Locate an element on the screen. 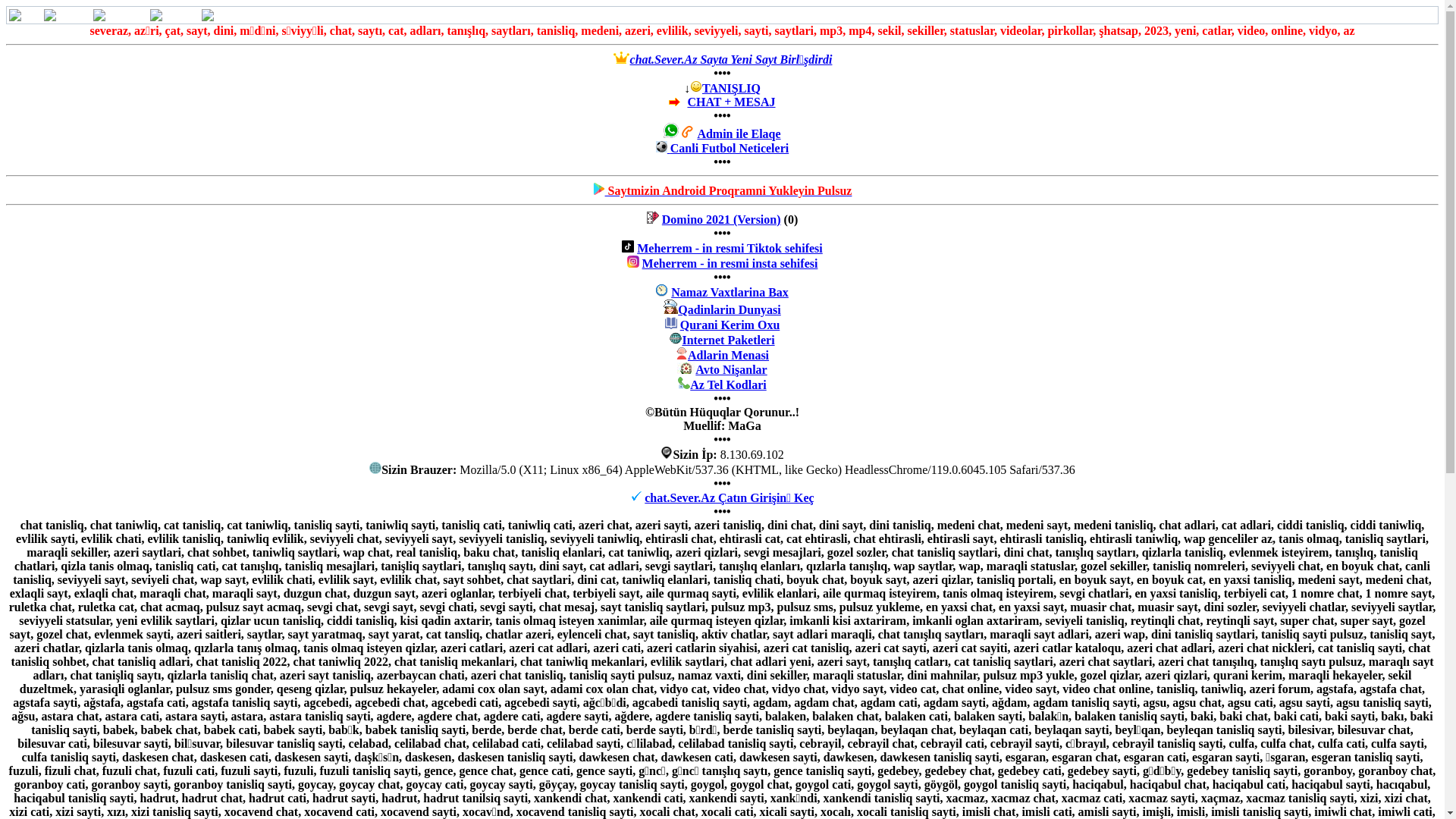 The image size is (1456, 819). 'Namaz Vaxtlarina Bax' is located at coordinates (670, 292).